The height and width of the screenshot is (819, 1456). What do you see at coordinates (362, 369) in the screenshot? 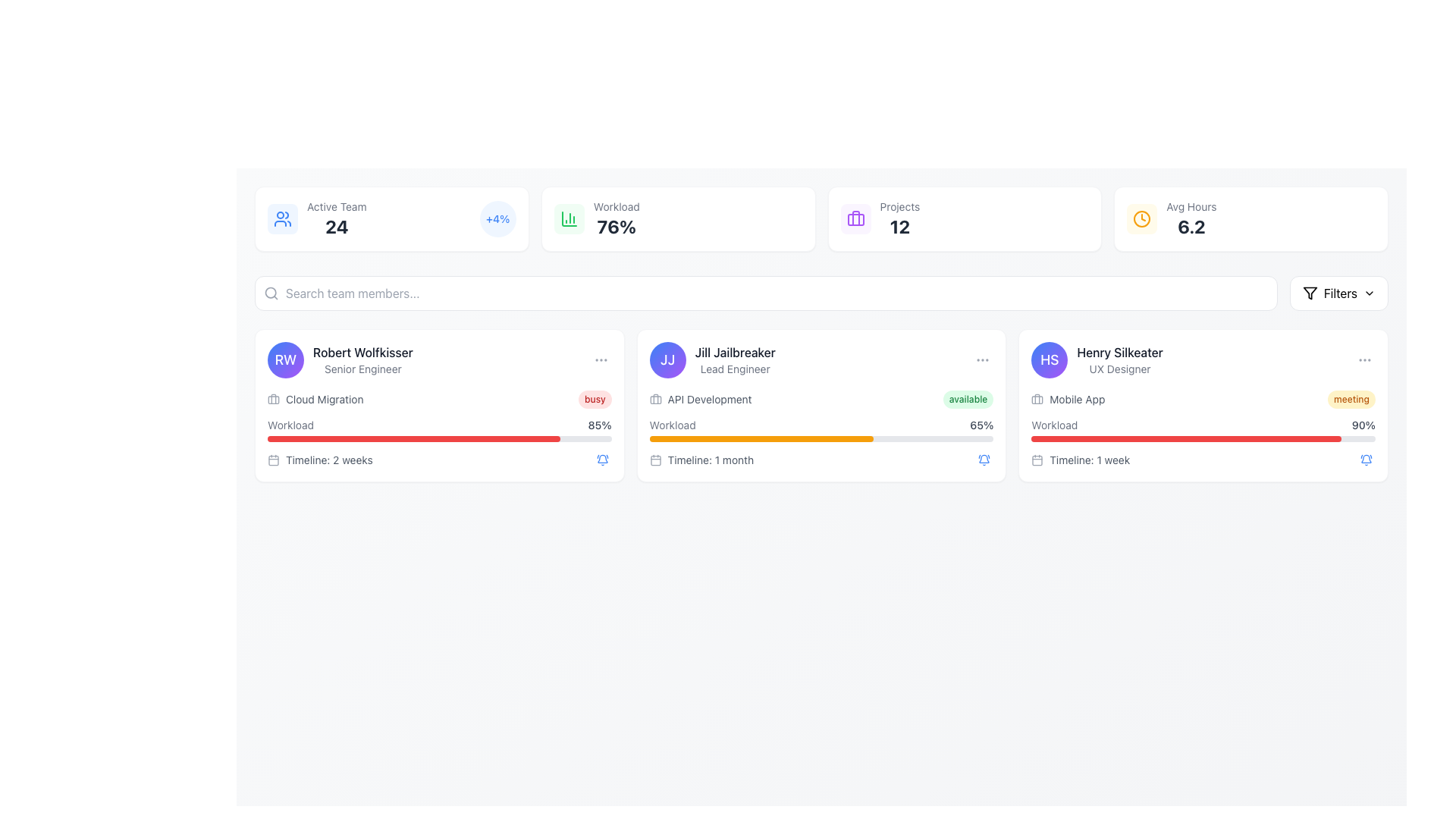
I see `text label that describes the role or title associated with 'Robert Wolfkisser', located directly below his name in the top-left card of the main content area` at bounding box center [362, 369].